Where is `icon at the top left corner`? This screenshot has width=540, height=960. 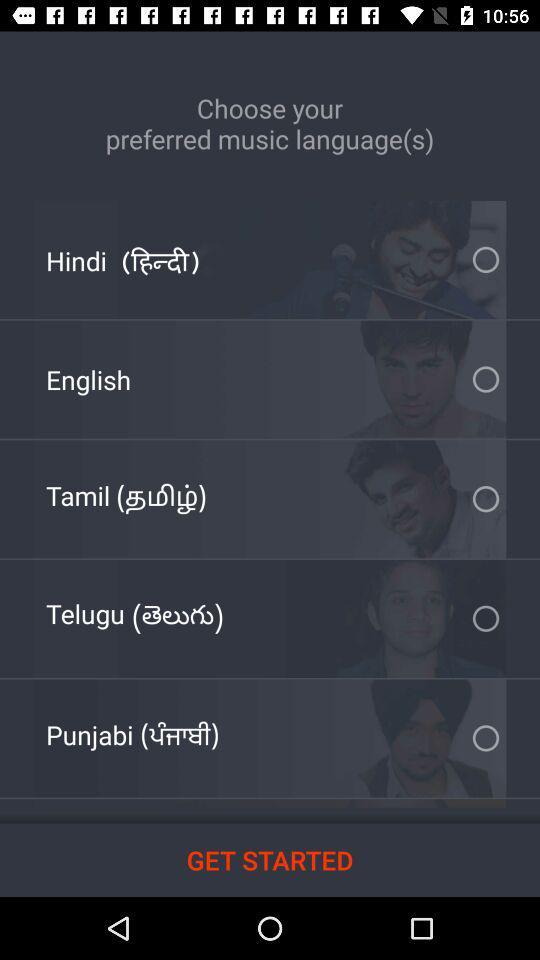
icon at the top left corner is located at coordinates (123, 259).